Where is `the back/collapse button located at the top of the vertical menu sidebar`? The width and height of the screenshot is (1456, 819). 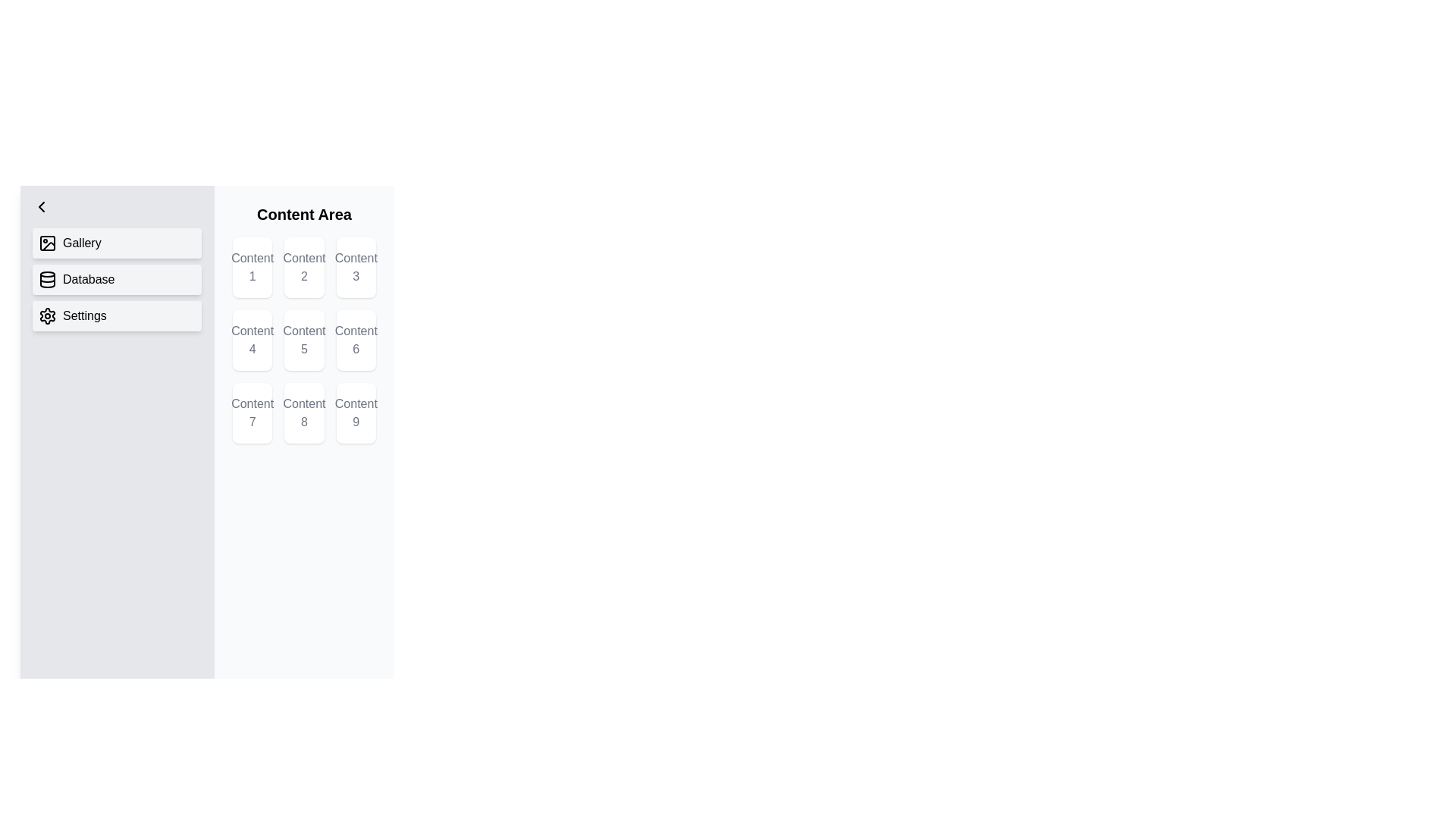 the back/collapse button located at the top of the vertical menu sidebar is located at coordinates (116, 207).